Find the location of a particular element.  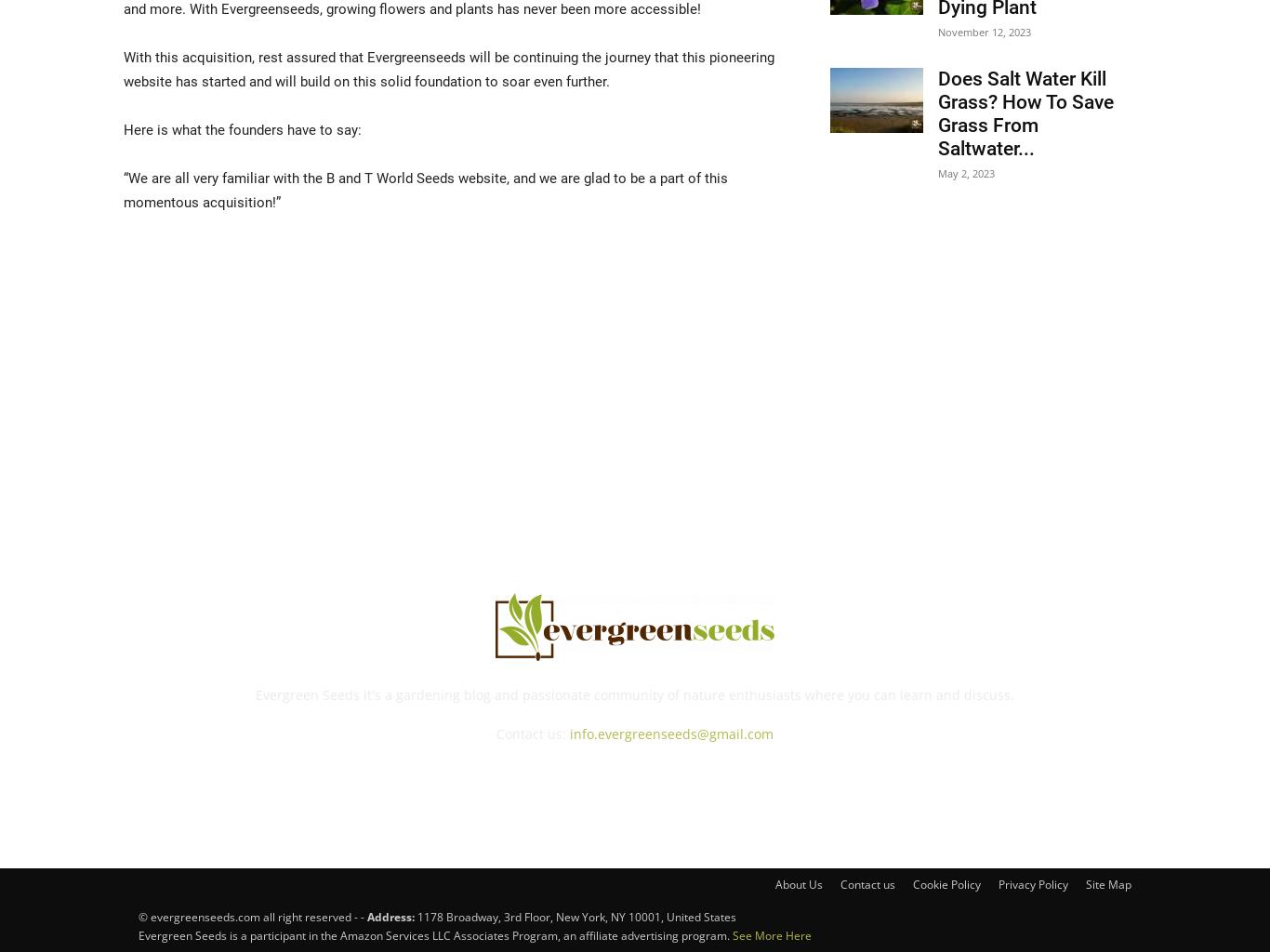

'With this acquisition, rest assured that Evergreenseeds will be continuing the journey that this pioneering website has started and will build on this solid foundation to soar even further.' is located at coordinates (449, 68).